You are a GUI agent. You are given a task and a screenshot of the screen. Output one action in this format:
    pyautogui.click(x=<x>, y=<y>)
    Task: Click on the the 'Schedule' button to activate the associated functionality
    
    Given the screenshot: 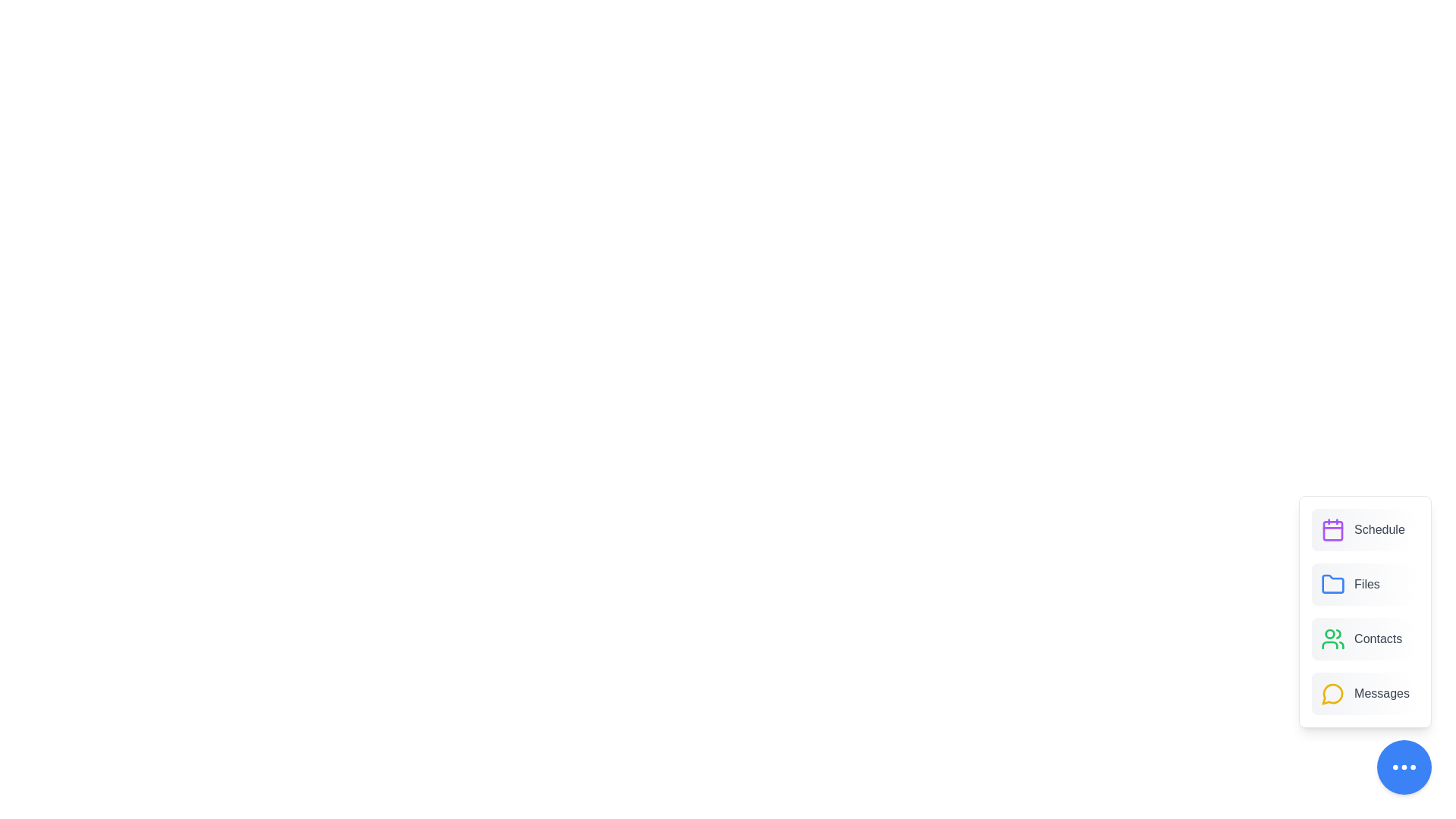 What is the action you would take?
    pyautogui.click(x=1365, y=529)
    